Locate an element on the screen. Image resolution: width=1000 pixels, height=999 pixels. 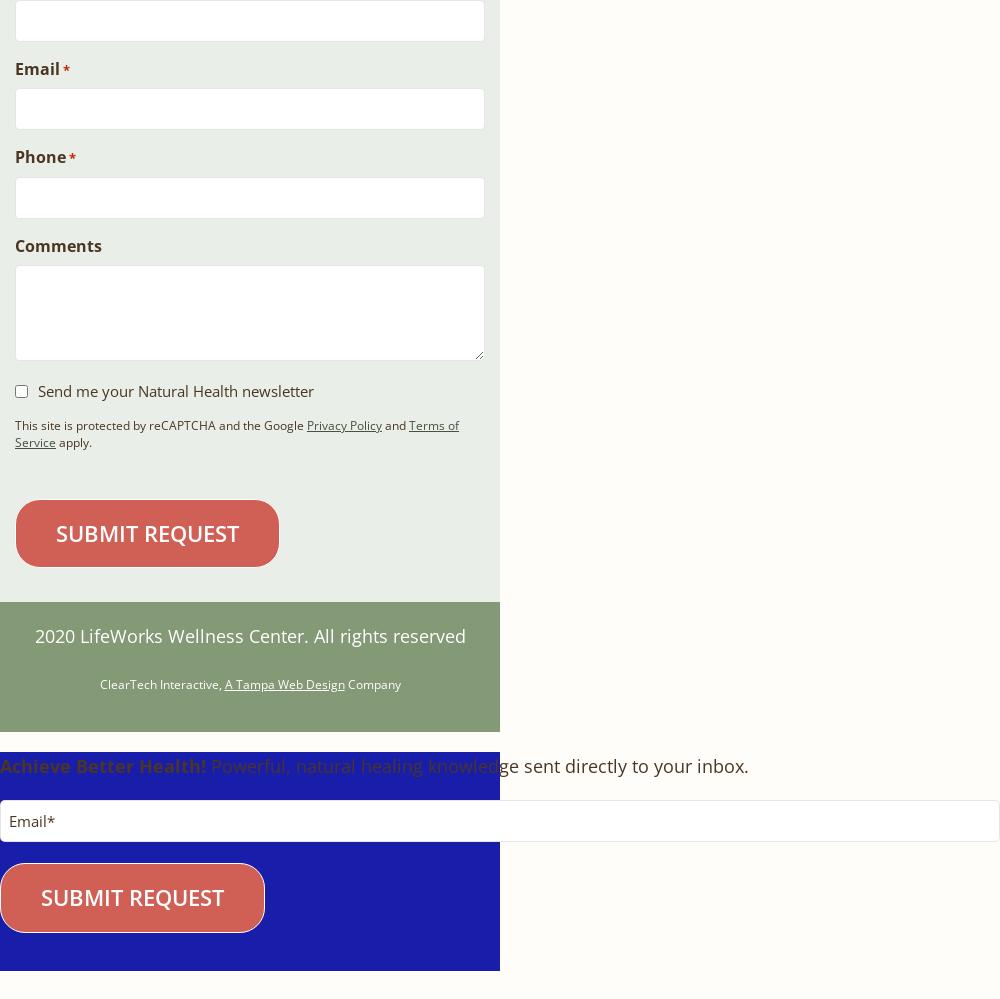
'Company' is located at coordinates (371, 683).